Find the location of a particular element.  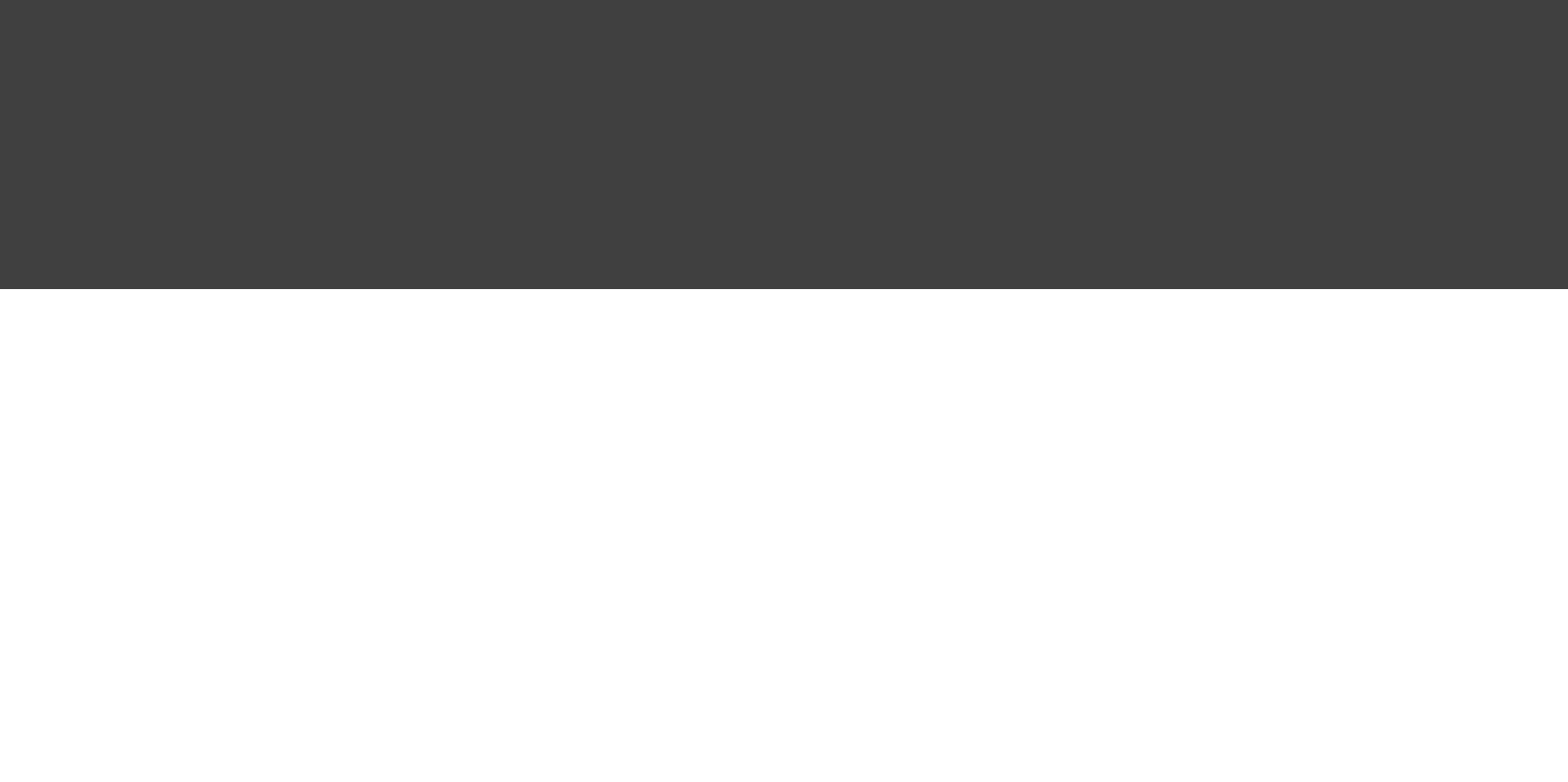

'Privacy Policy' is located at coordinates (525, 190).